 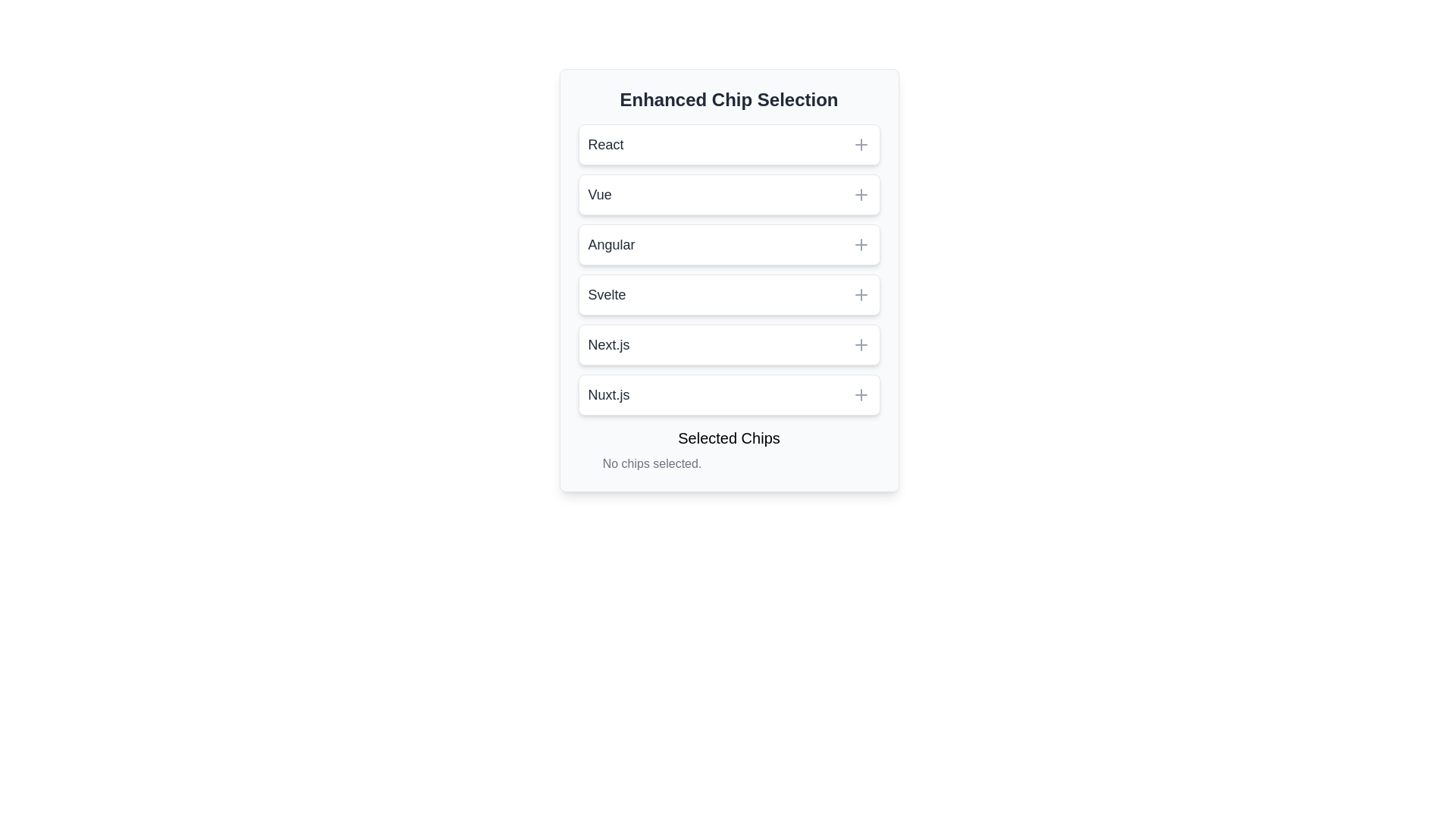 I want to click on the selectable button labeled 'Vue' which is the second button in the list under 'Enhanced Chip Selection', so click(x=729, y=194).